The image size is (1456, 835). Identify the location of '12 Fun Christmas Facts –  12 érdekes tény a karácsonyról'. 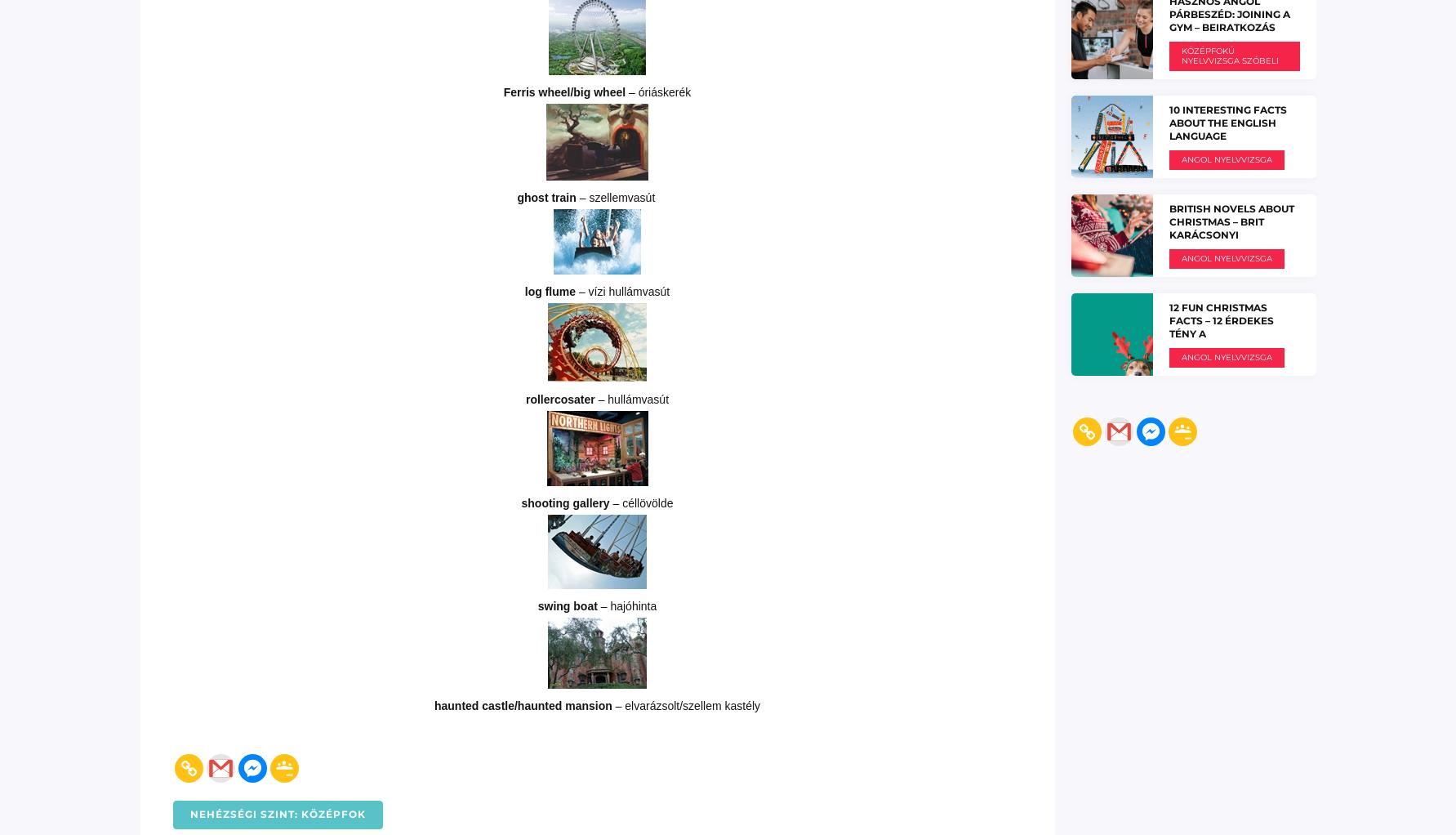
(1220, 325).